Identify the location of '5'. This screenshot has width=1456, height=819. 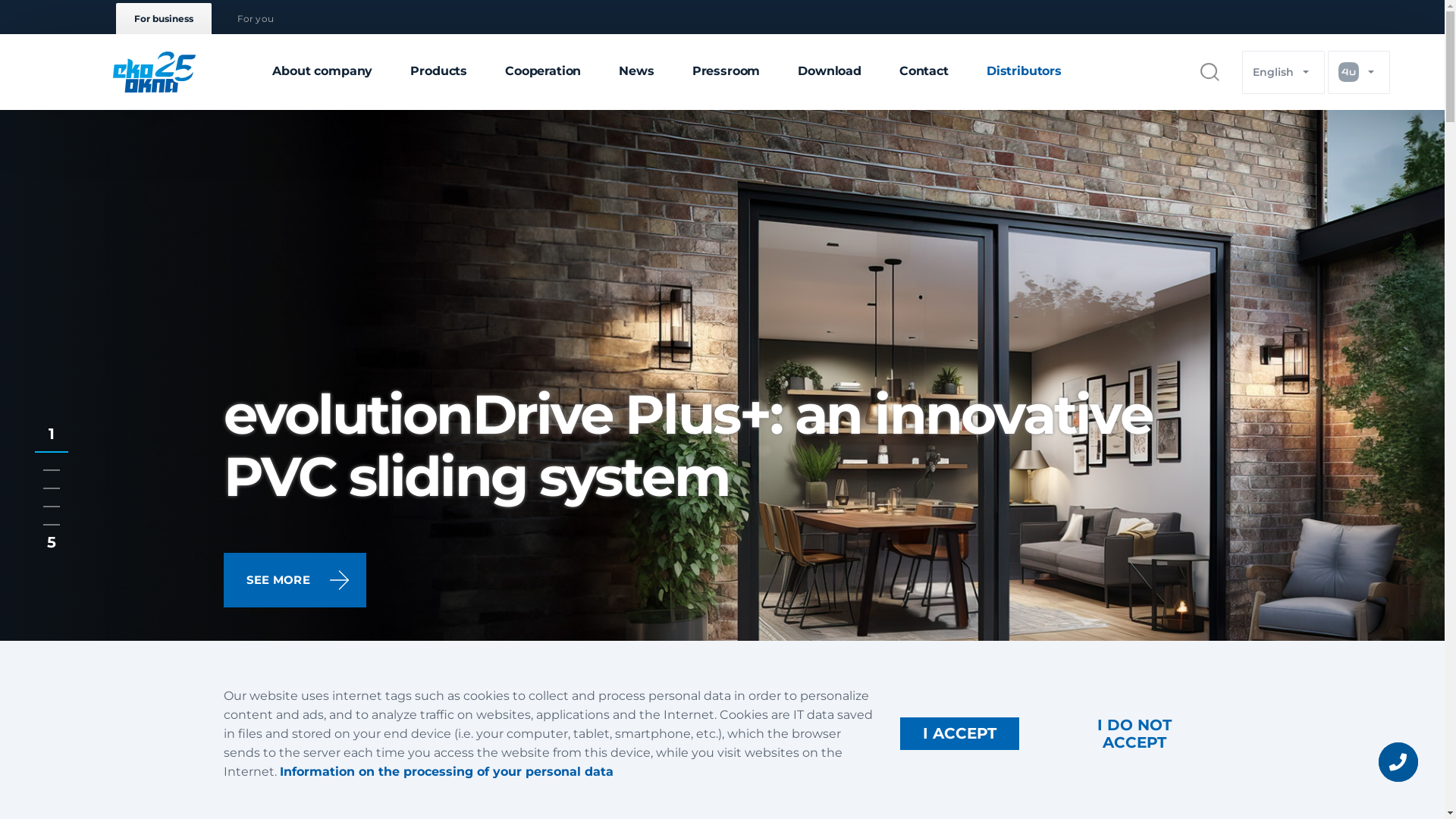
(51, 522).